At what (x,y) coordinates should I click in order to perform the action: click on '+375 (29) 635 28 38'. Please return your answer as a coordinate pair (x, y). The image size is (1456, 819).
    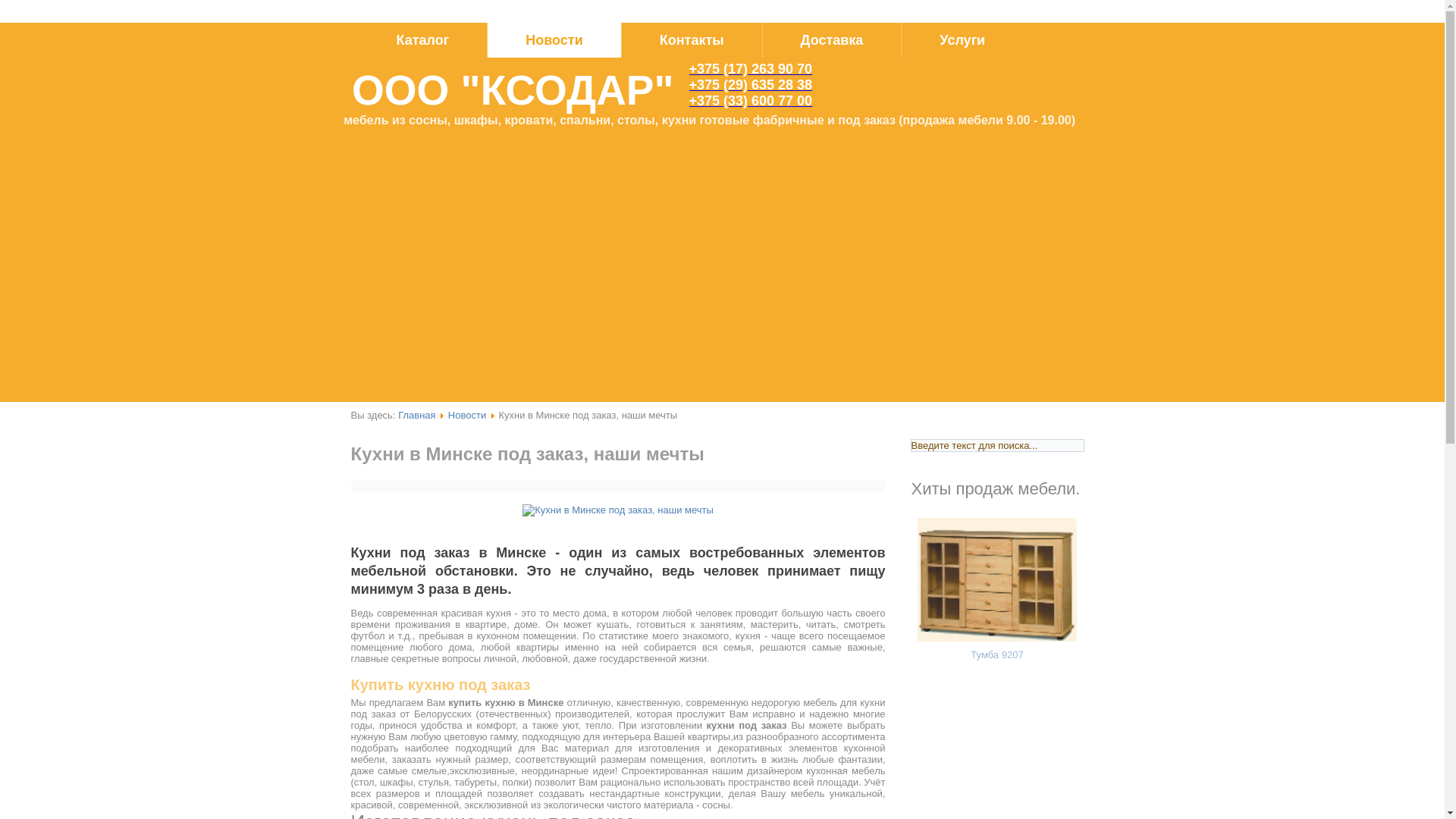
    Looking at the image, I should click on (750, 84).